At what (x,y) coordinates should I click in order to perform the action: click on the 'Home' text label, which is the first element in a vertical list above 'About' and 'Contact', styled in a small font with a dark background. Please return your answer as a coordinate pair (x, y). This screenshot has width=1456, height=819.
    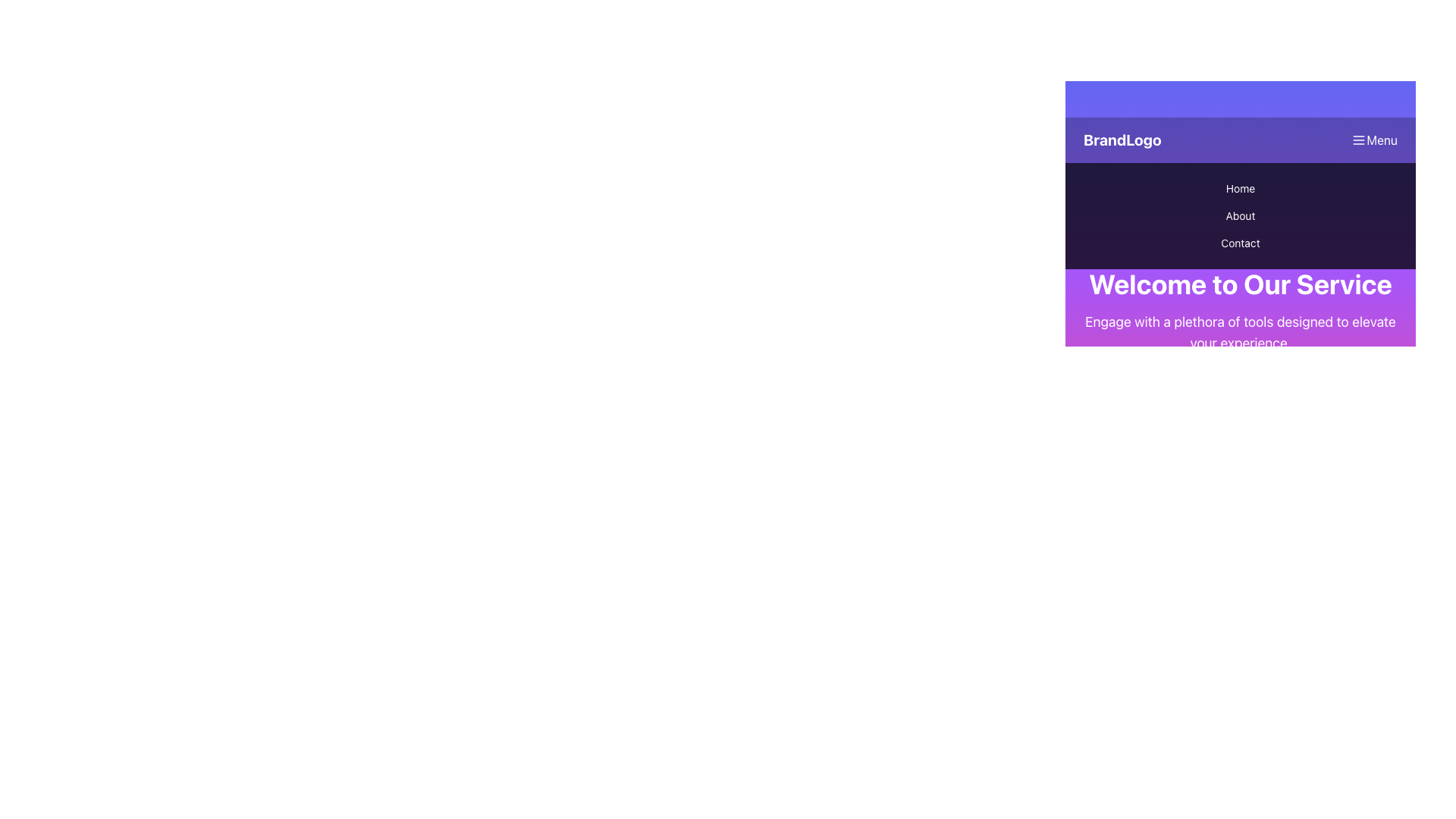
    Looking at the image, I should click on (1241, 188).